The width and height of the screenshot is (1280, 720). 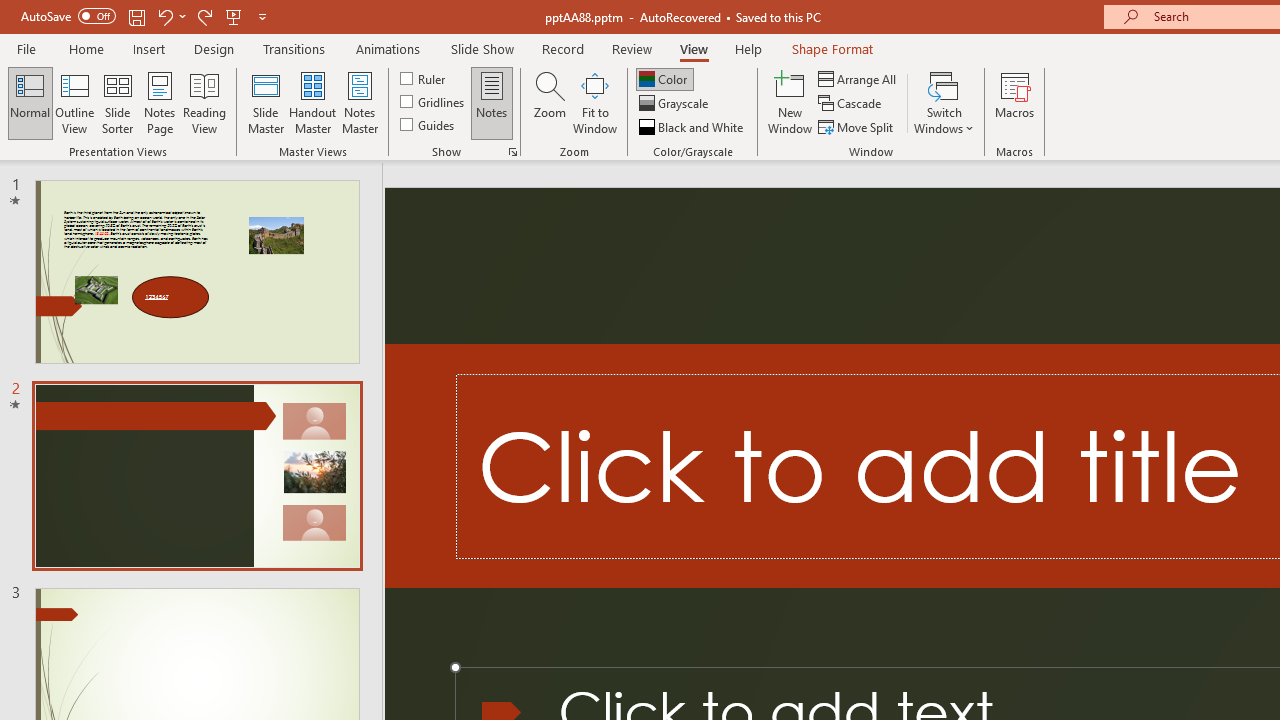 What do you see at coordinates (832, 48) in the screenshot?
I see `'Shape Format'` at bounding box center [832, 48].